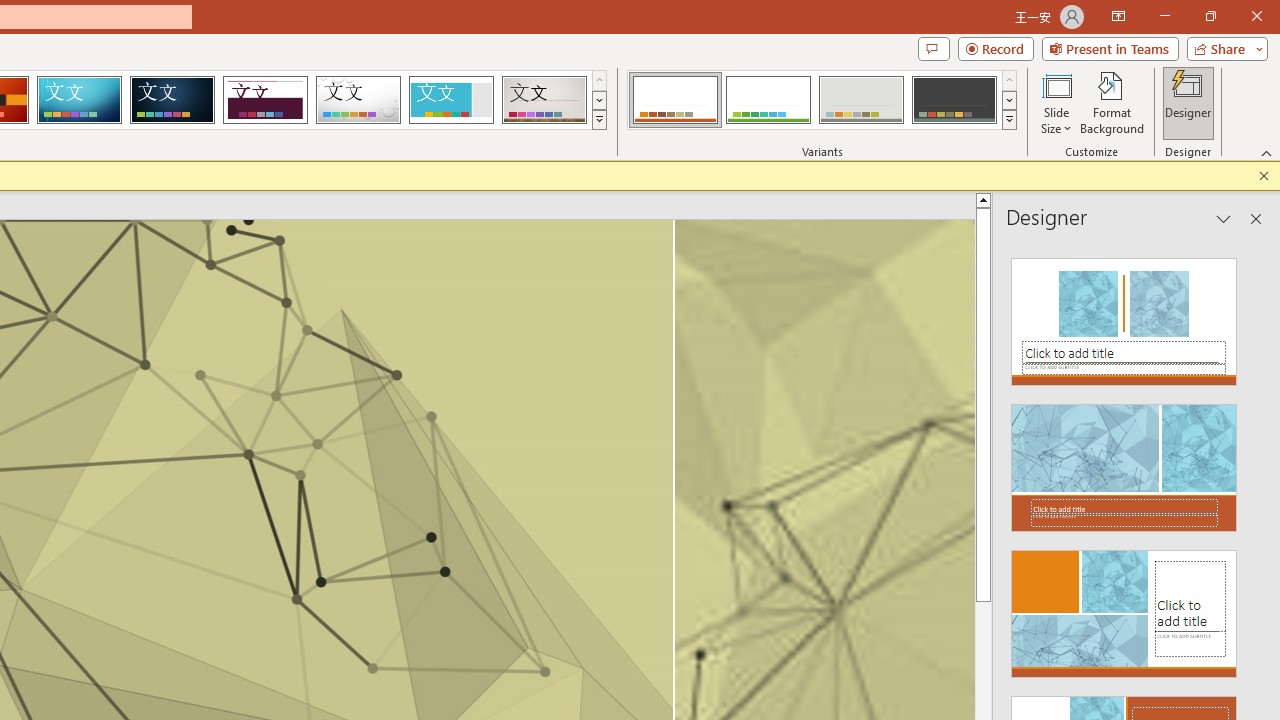 The height and width of the screenshot is (720, 1280). What do you see at coordinates (1055, 103) in the screenshot?
I see `'Slide Size'` at bounding box center [1055, 103].